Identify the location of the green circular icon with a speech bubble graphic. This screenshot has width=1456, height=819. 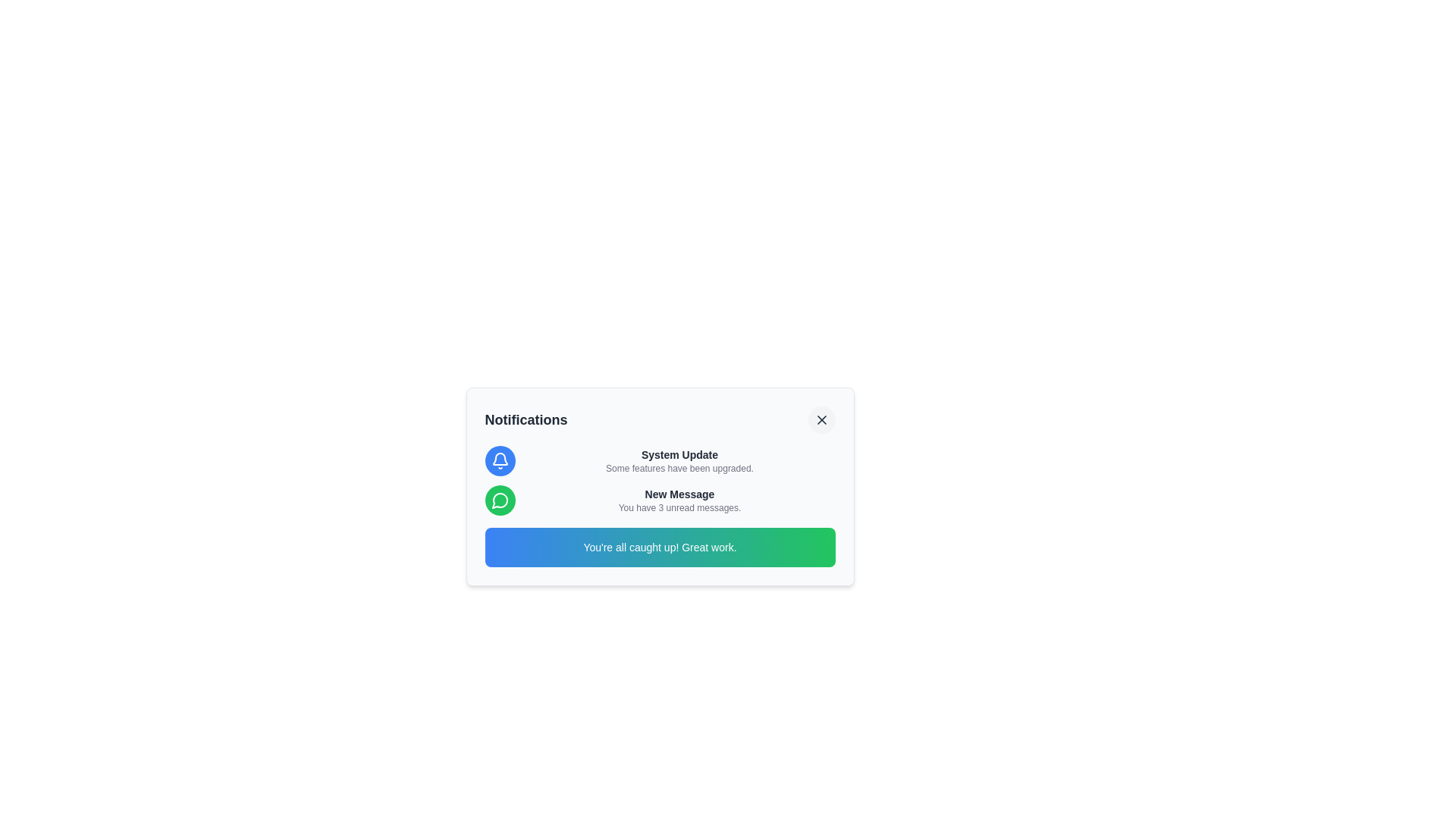
(500, 500).